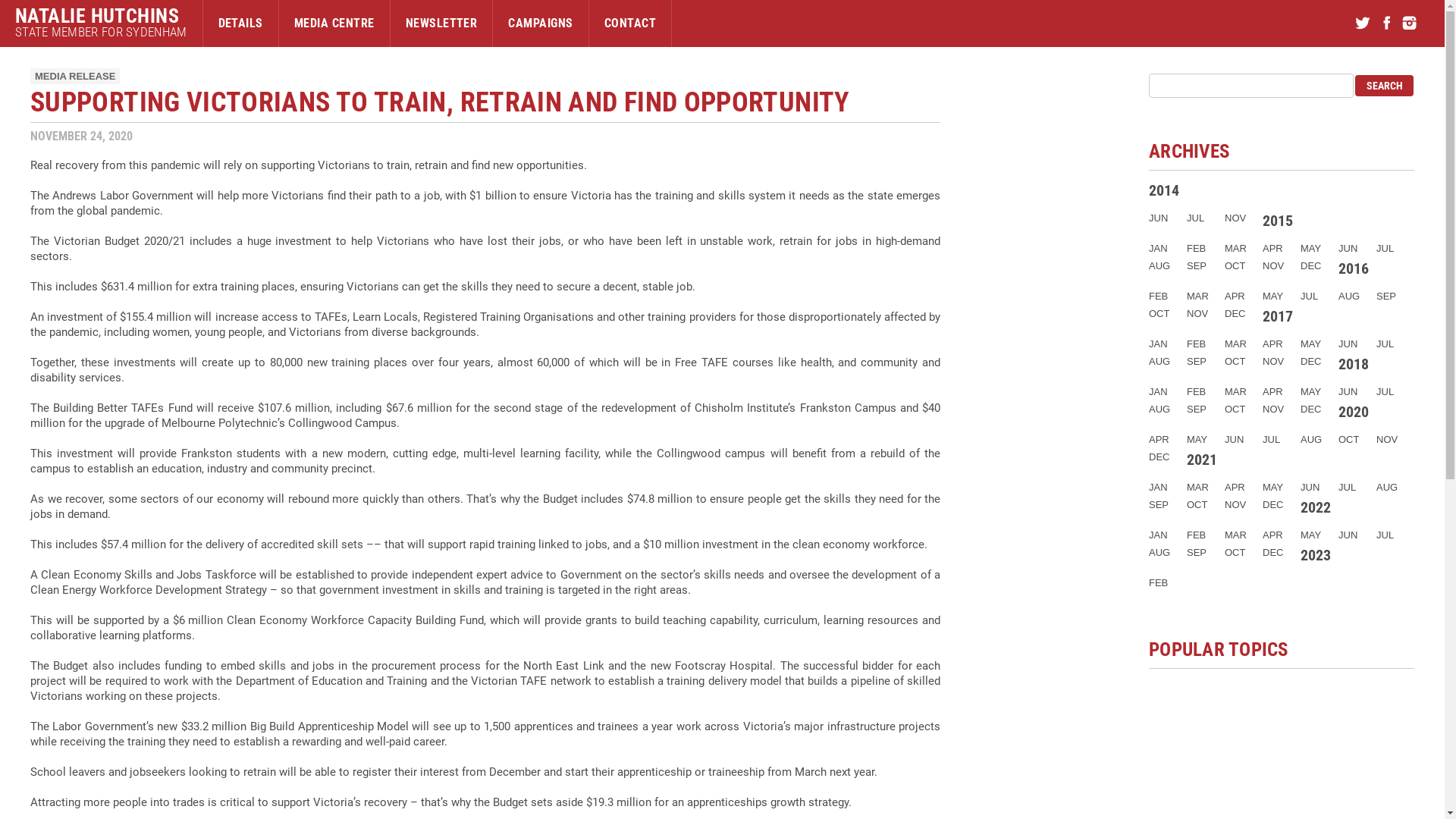  What do you see at coordinates (1235, 218) in the screenshot?
I see `'NOV'` at bounding box center [1235, 218].